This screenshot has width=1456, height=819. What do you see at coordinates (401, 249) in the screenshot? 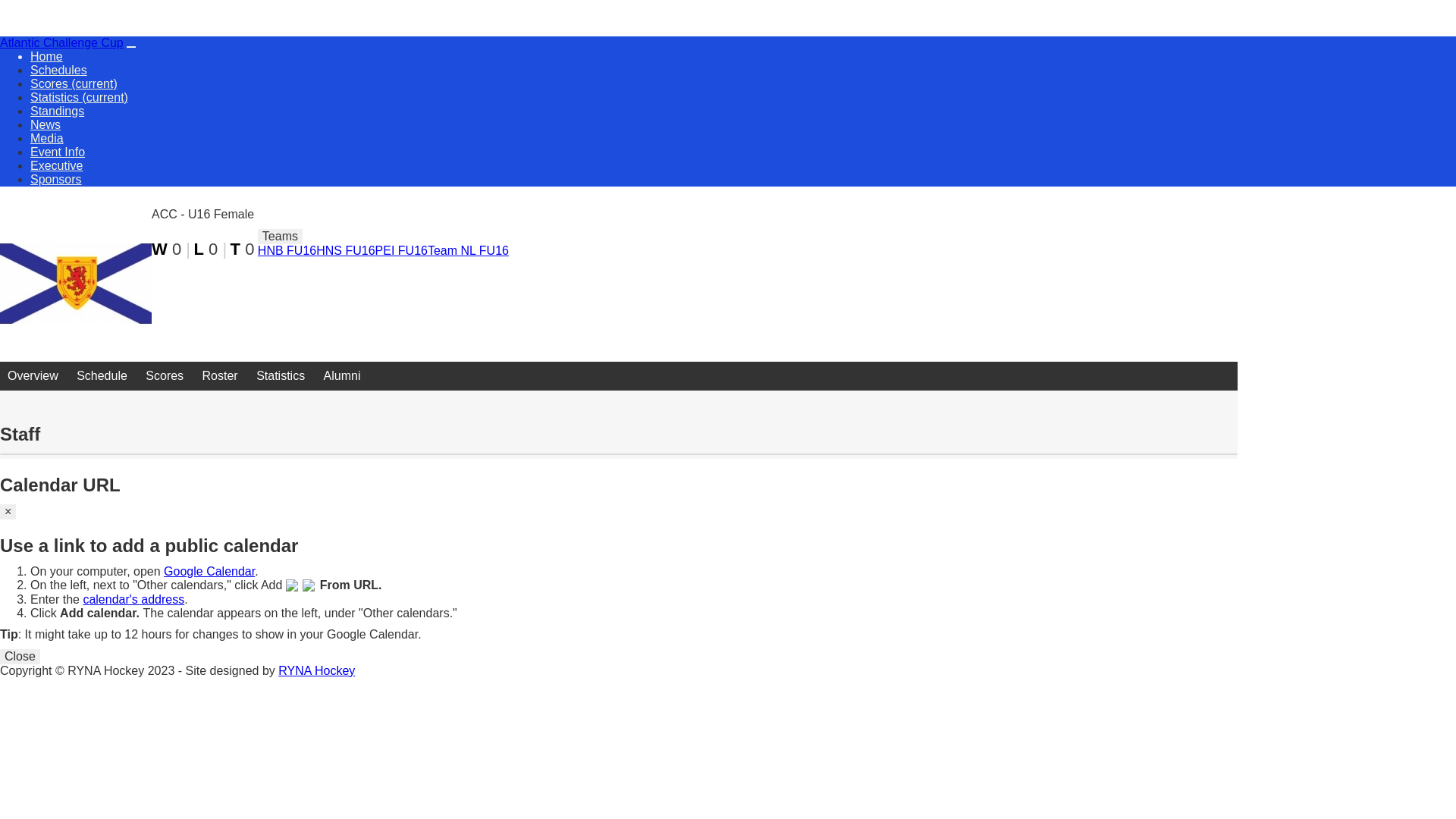
I see `'PEI FU16'` at bounding box center [401, 249].